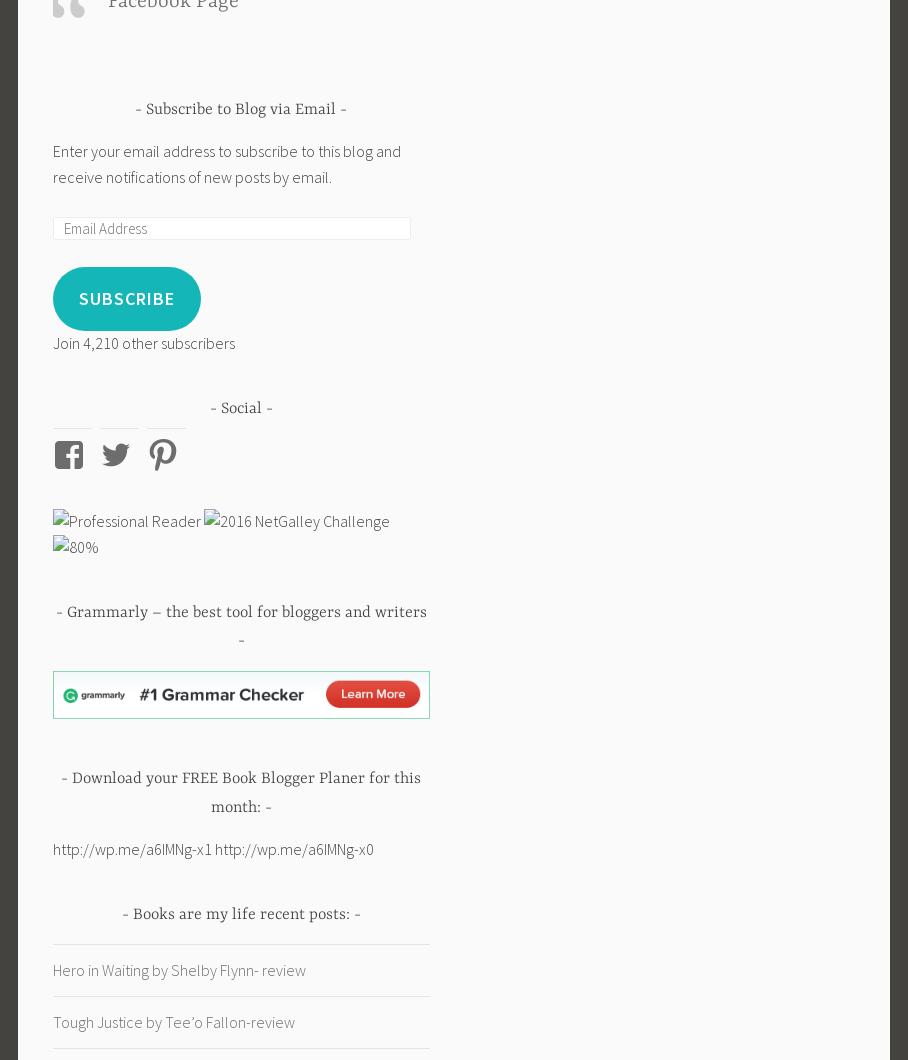 Image resolution: width=908 pixels, height=1060 pixels. I want to click on 'Subscribe to Blog via Email', so click(239, 110).